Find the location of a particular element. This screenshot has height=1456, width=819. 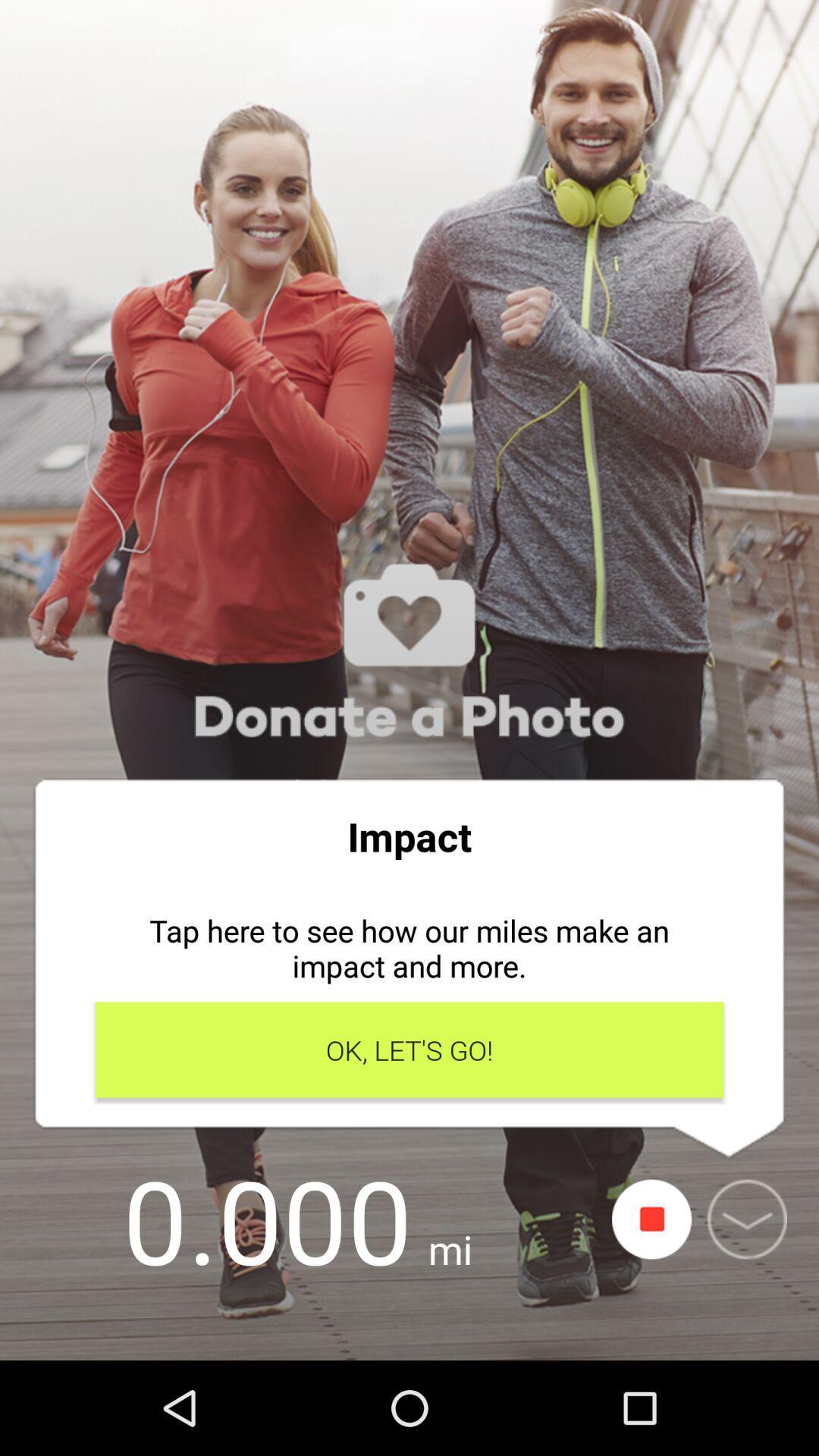

the expand_more icon is located at coordinates (746, 1219).